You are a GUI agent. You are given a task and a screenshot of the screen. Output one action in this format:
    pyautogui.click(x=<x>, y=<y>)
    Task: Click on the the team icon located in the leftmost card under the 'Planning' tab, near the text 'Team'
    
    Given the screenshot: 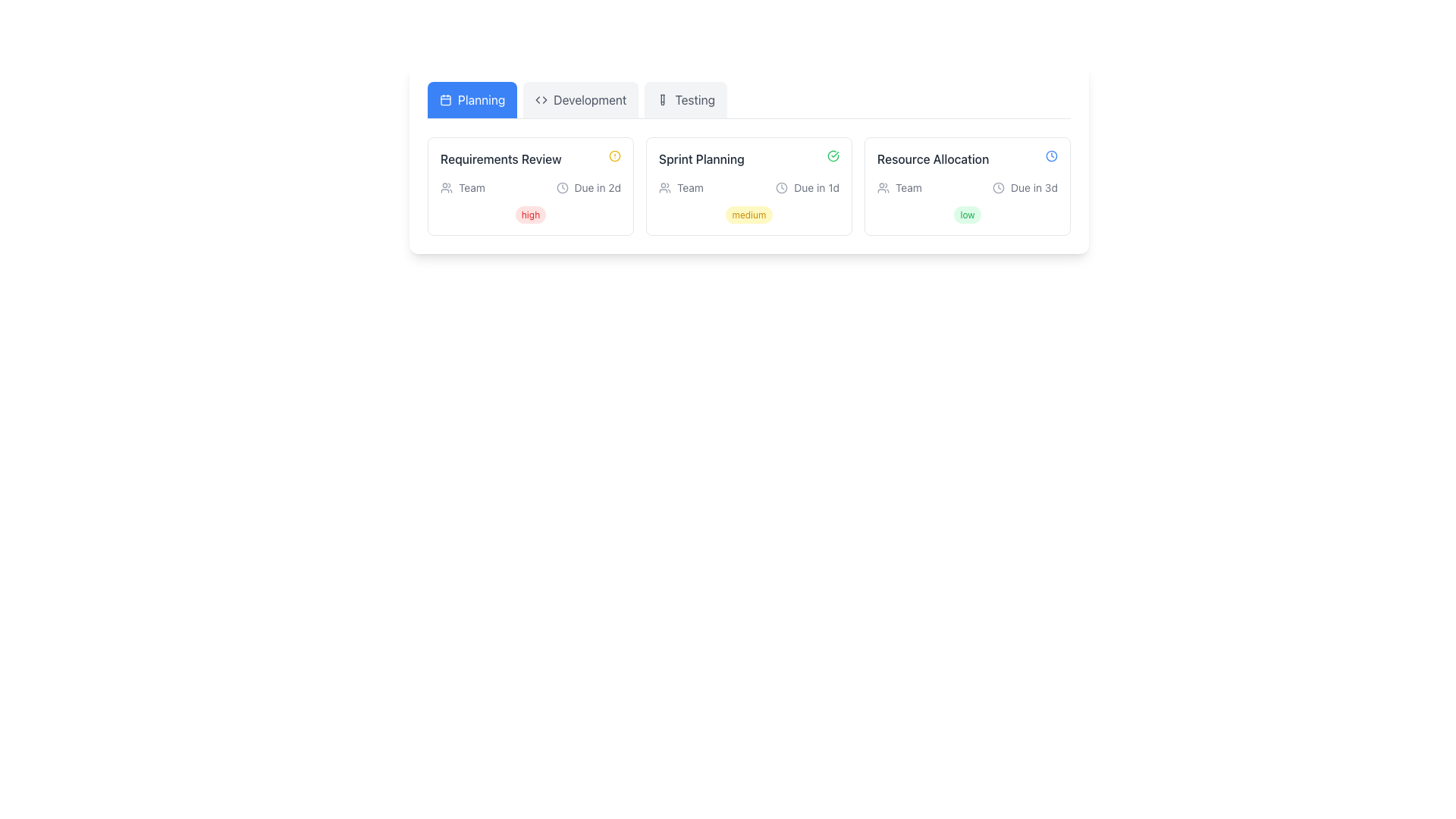 What is the action you would take?
    pyautogui.click(x=446, y=187)
    